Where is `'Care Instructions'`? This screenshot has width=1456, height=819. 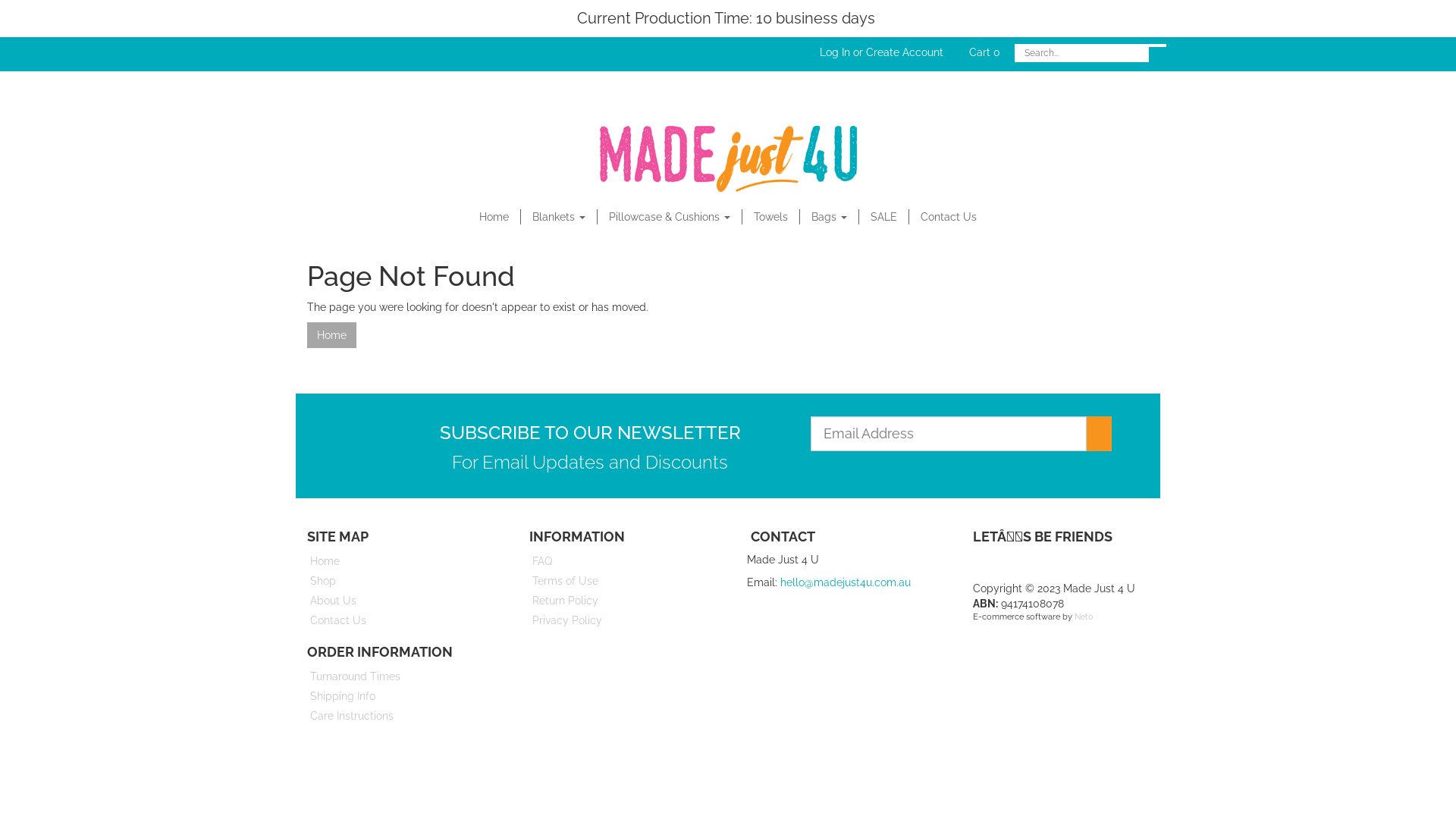
'Care Instructions' is located at coordinates (400, 716).